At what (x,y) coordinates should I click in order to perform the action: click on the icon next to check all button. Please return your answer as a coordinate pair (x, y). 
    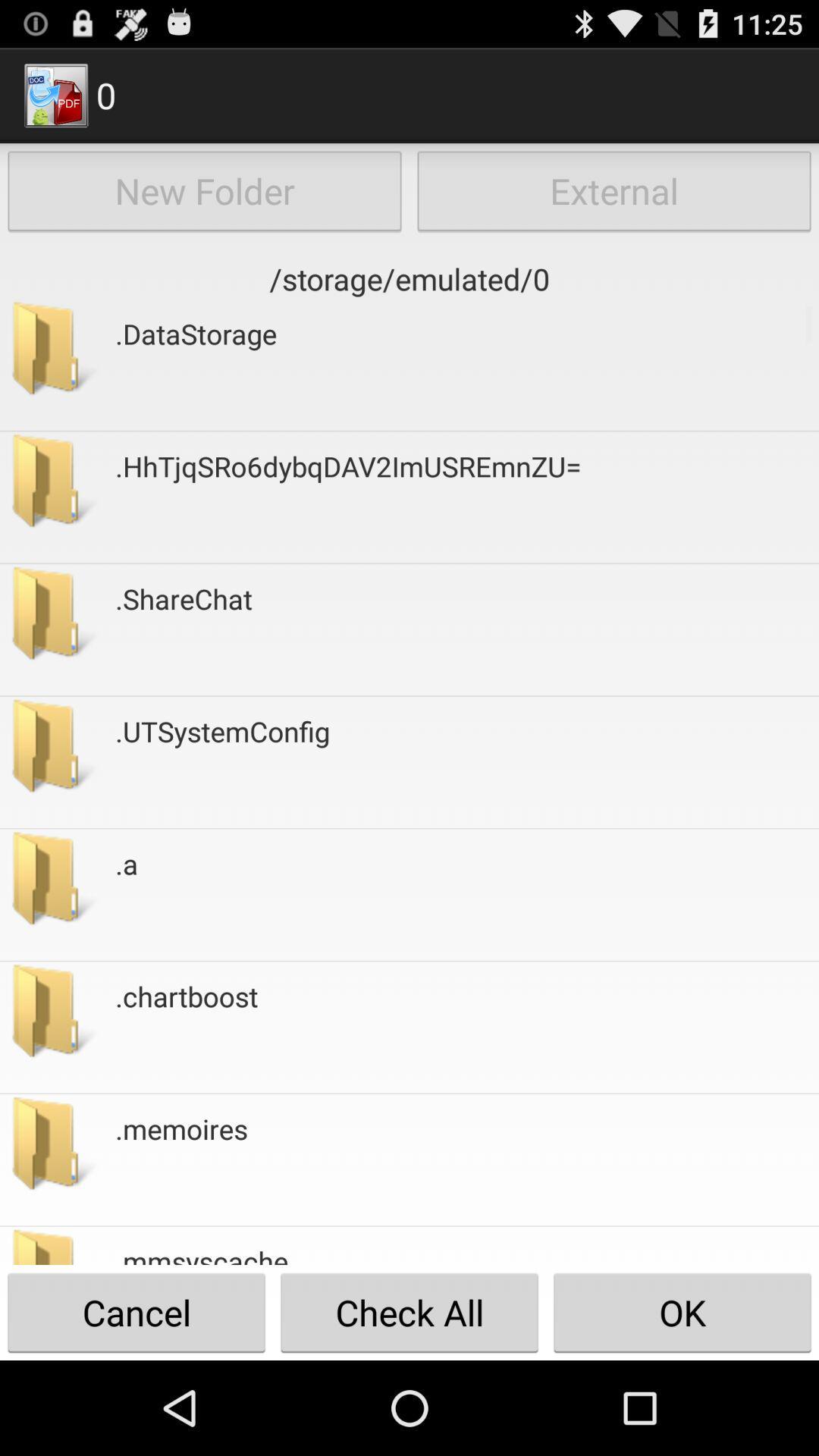
    Looking at the image, I should click on (681, 1312).